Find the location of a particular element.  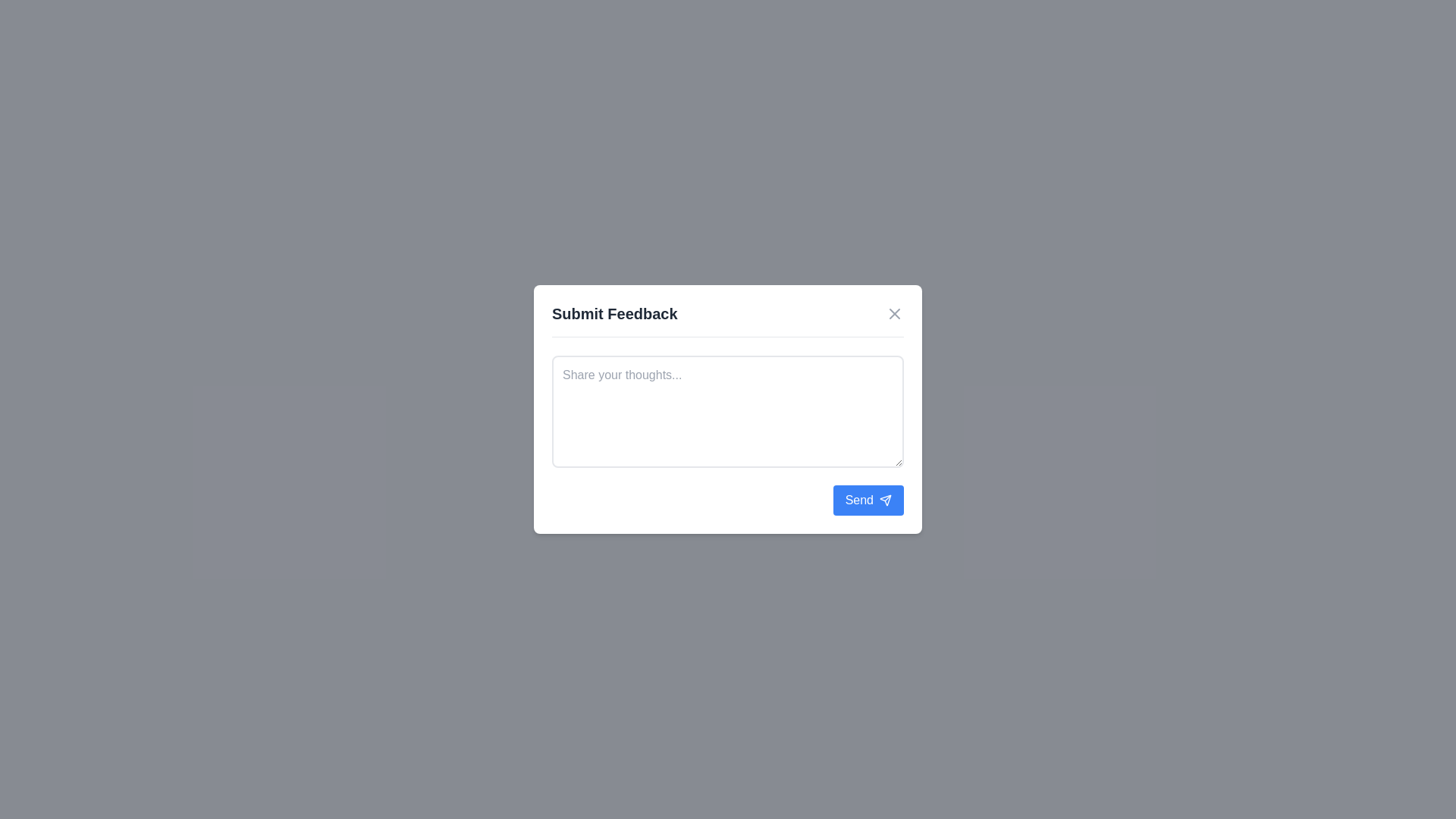

the close button to dismiss the dialog is located at coordinates (895, 312).